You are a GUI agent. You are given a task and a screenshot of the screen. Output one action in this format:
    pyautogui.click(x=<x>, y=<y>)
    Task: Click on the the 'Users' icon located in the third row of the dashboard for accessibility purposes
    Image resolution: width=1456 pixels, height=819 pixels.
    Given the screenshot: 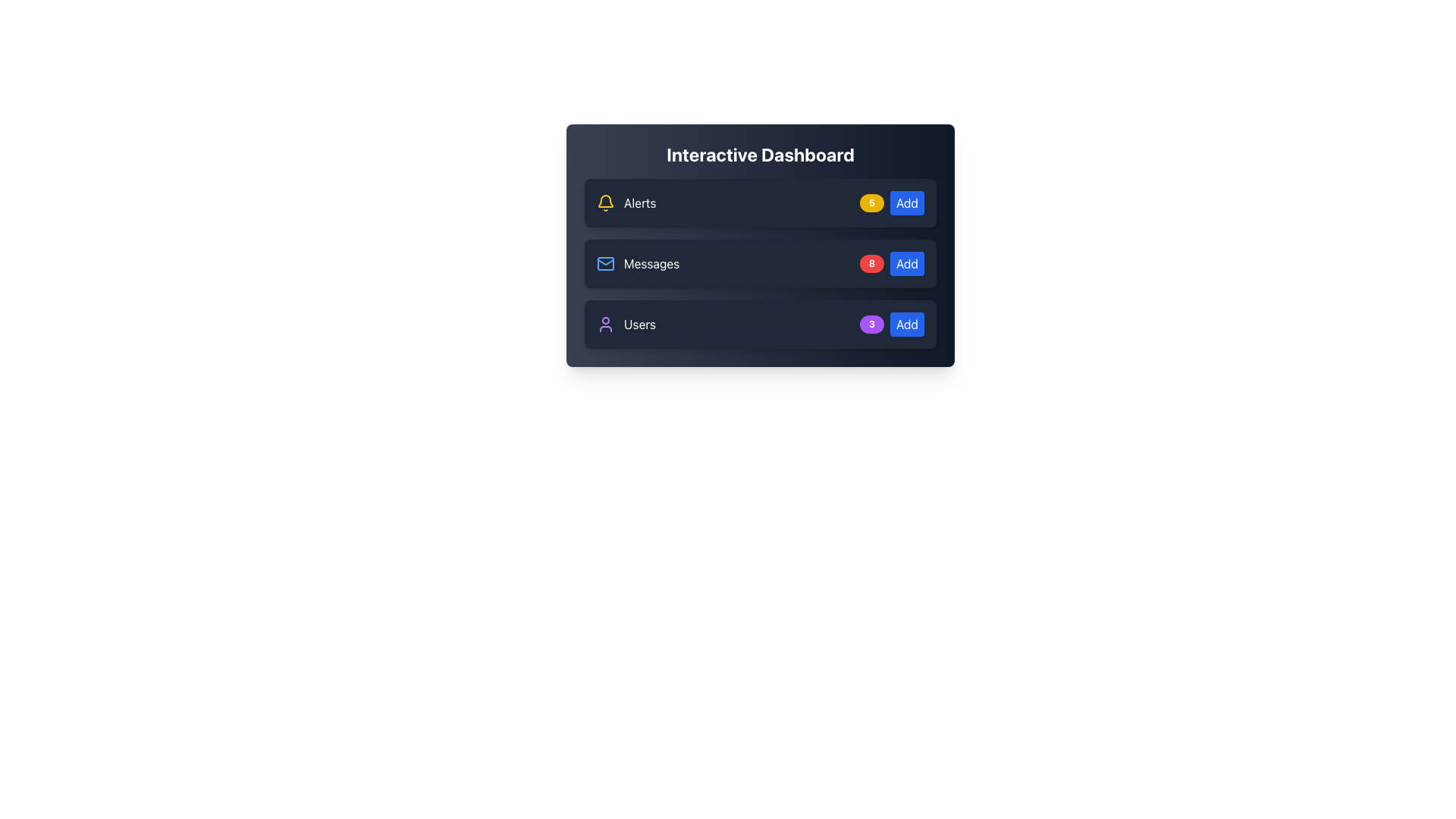 What is the action you would take?
    pyautogui.click(x=604, y=324)
    